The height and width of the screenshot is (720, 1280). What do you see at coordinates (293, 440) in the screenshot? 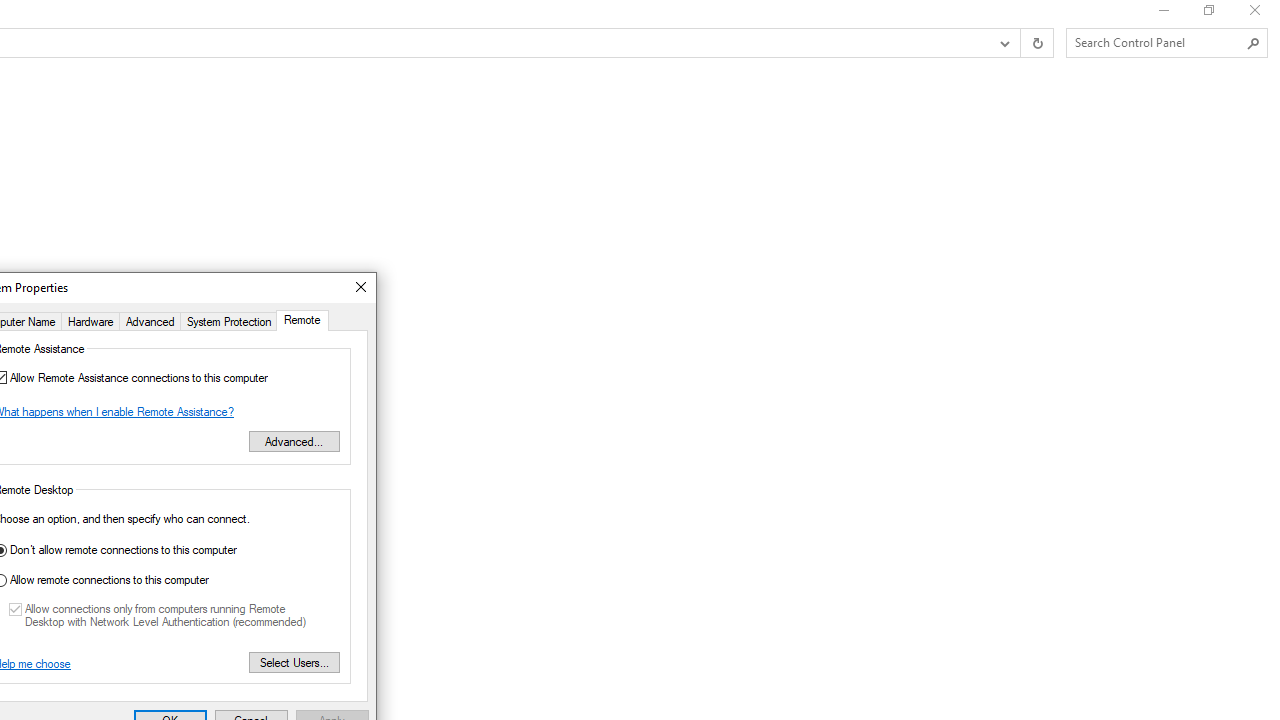
I see `'Advanced...'` at bounding box center [293, 440].